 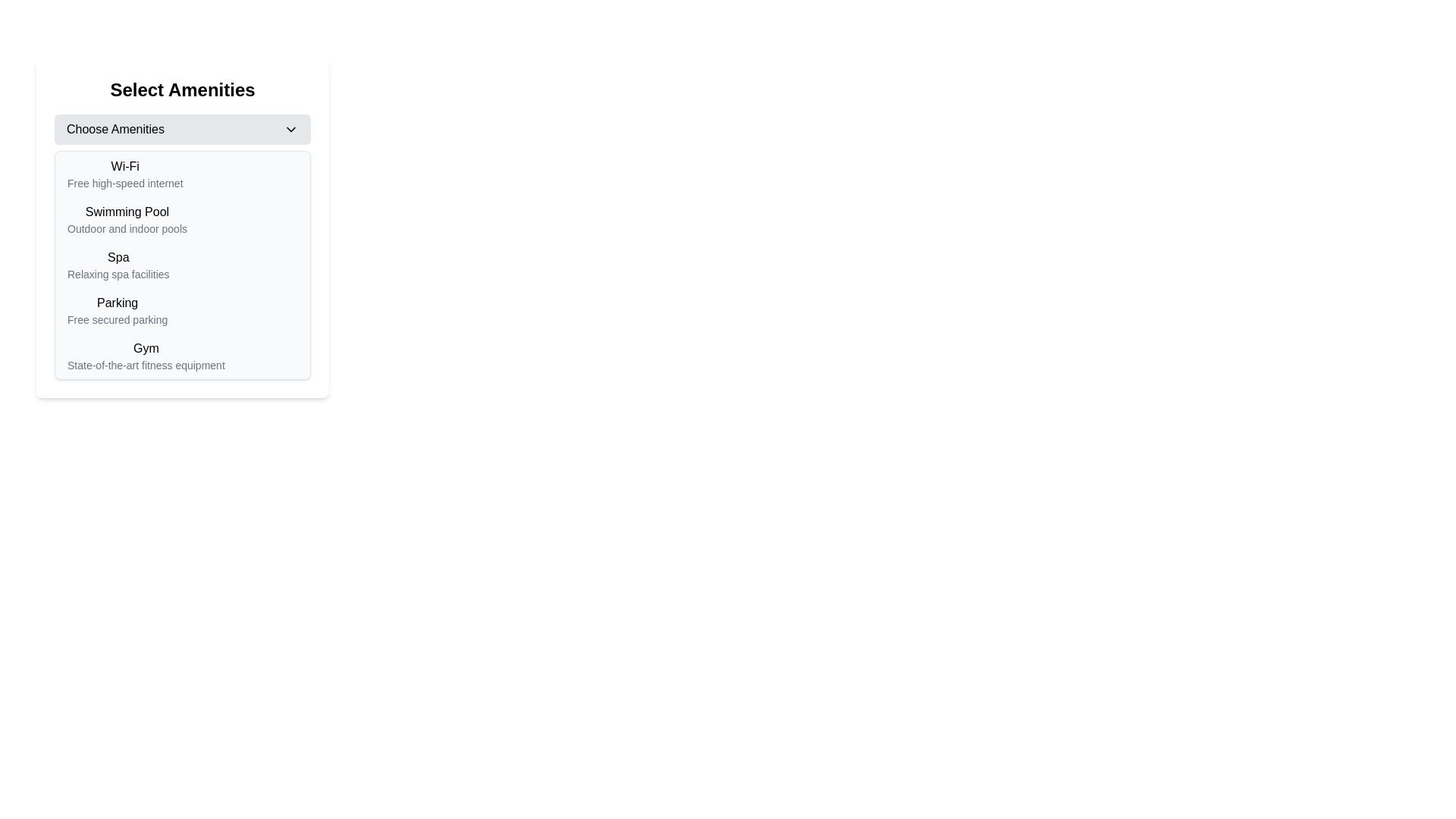 What do you see at coordinates (182, 265) in the screenshot?
I see `the third list item displaying information about the availability of relaxing spa facilities in the amenities list for interaction` at bounding box center [182, 265].